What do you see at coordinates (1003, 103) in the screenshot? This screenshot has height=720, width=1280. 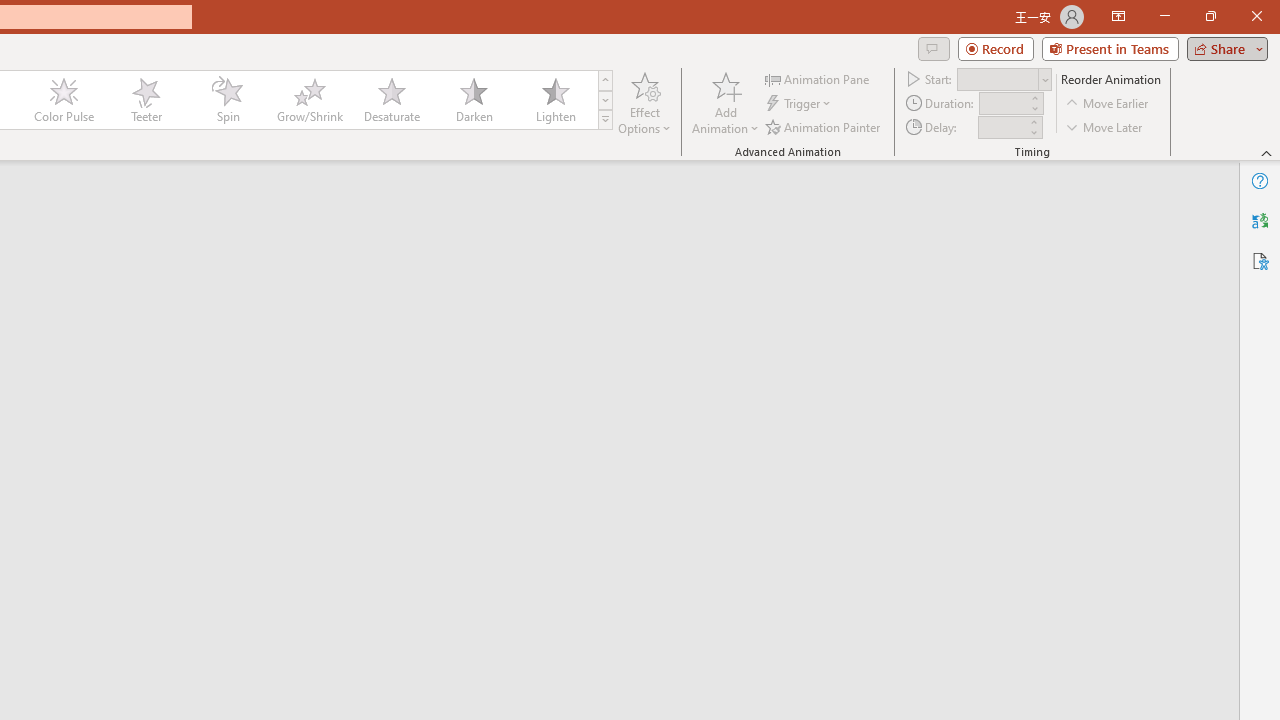 I see `'Animation Duration'` at bounding box center [1003, 103].